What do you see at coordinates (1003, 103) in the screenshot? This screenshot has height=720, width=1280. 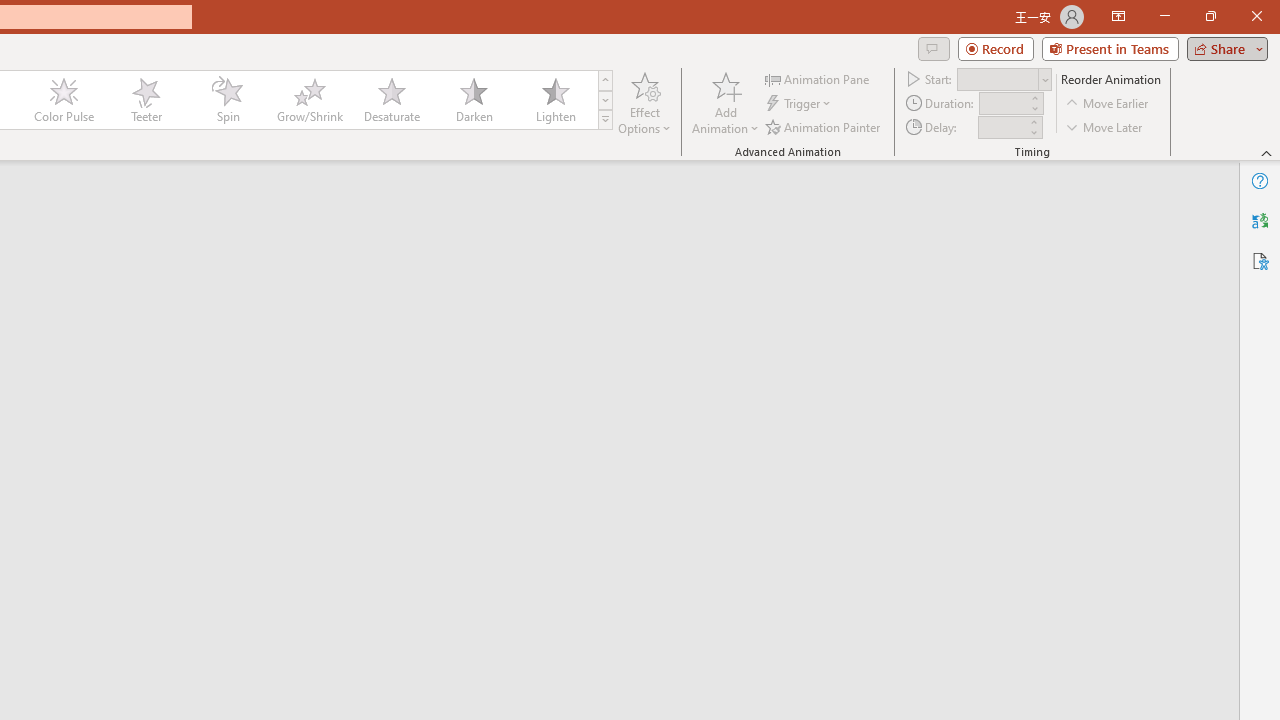 I see `'Animation Duration'` at bounding box center [1003, 103].